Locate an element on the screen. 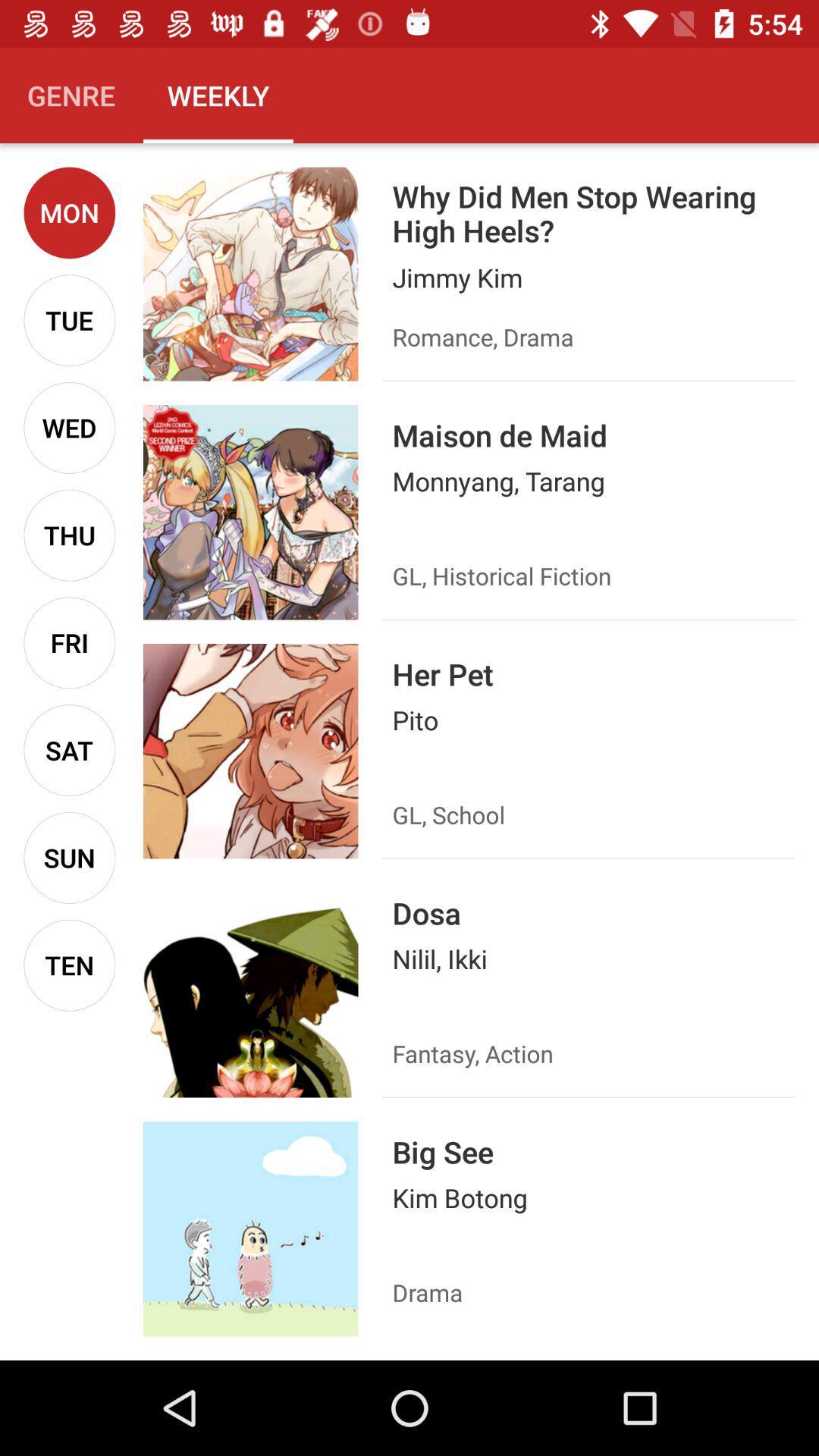  the thu is located at coordinates (69, 535).